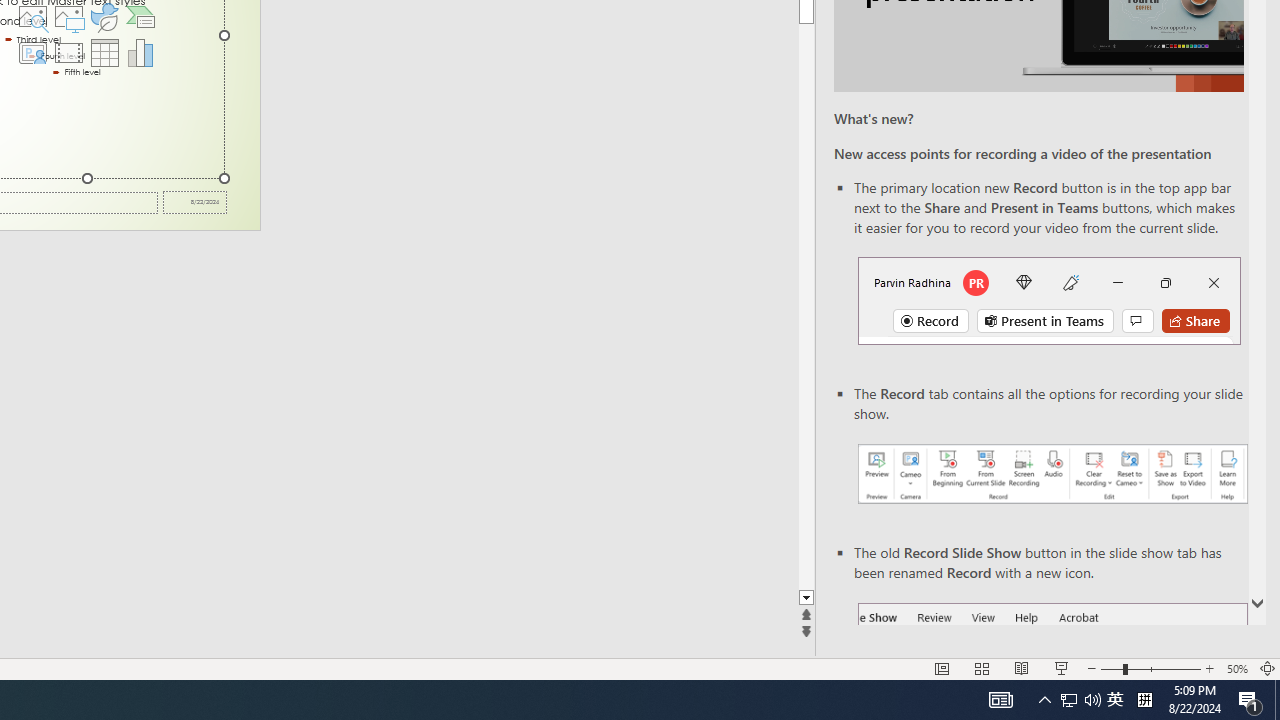 This screenshot has width=1280, height=720. What do you see at coordinates (140, 16) in the screenshot?
I see `'Insert a SmartArt Graphic'` at bounding box center [140, 16].